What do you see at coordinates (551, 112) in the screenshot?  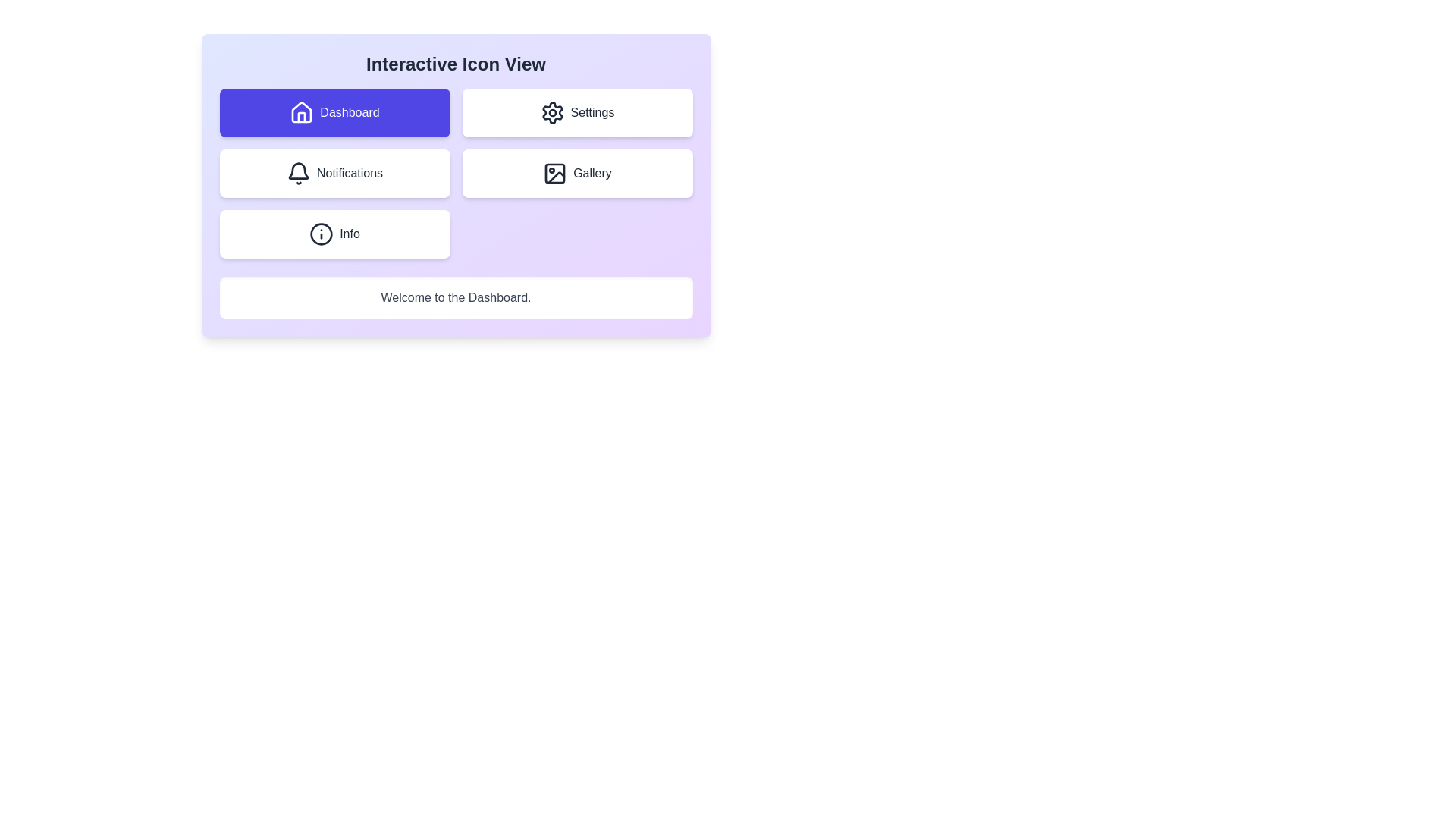 I see `the settings icon located` at bounding box center [551, 112].